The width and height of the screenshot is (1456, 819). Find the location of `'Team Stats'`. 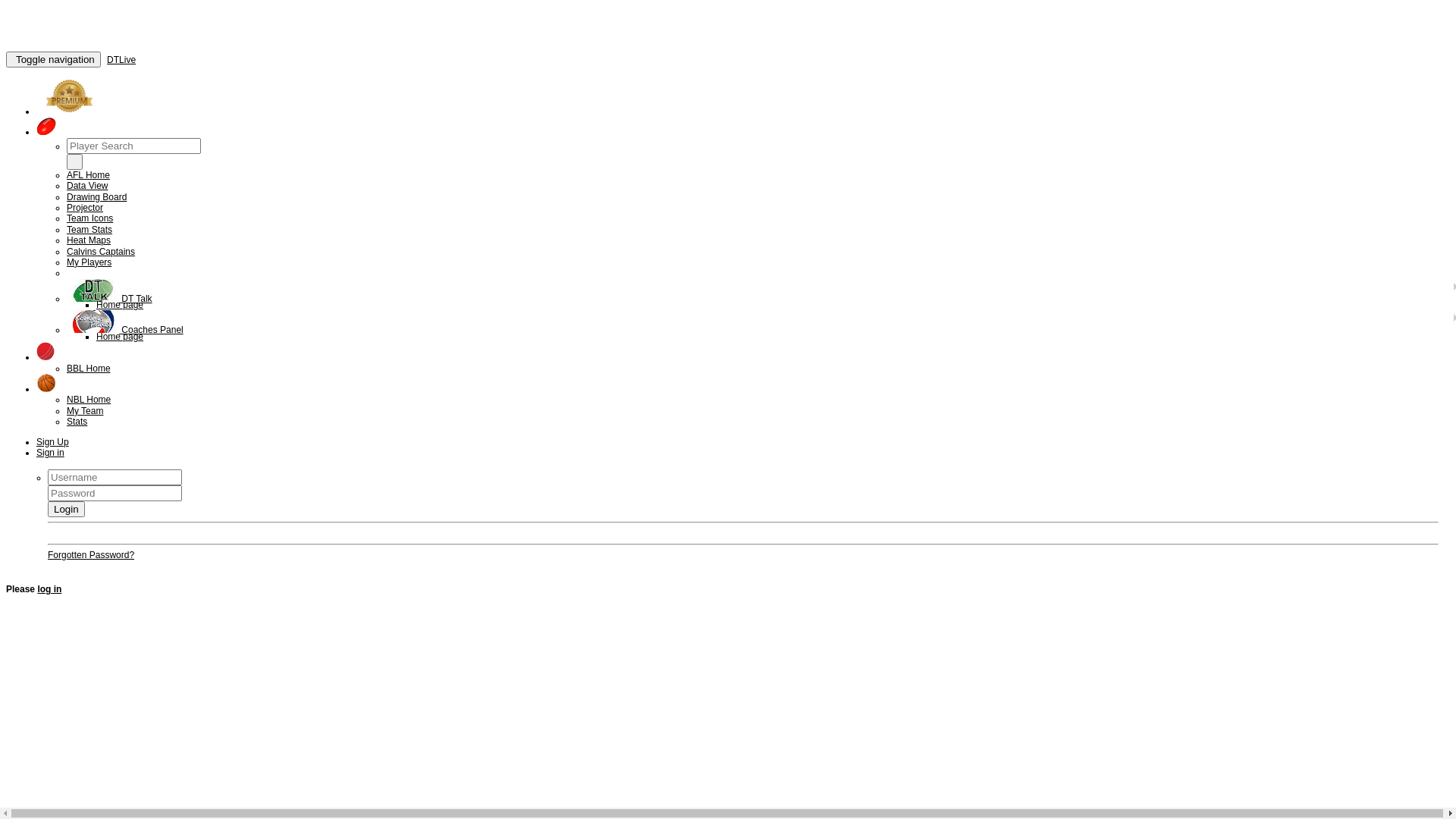

'Team Stats' is located at coordinates (89, 230).